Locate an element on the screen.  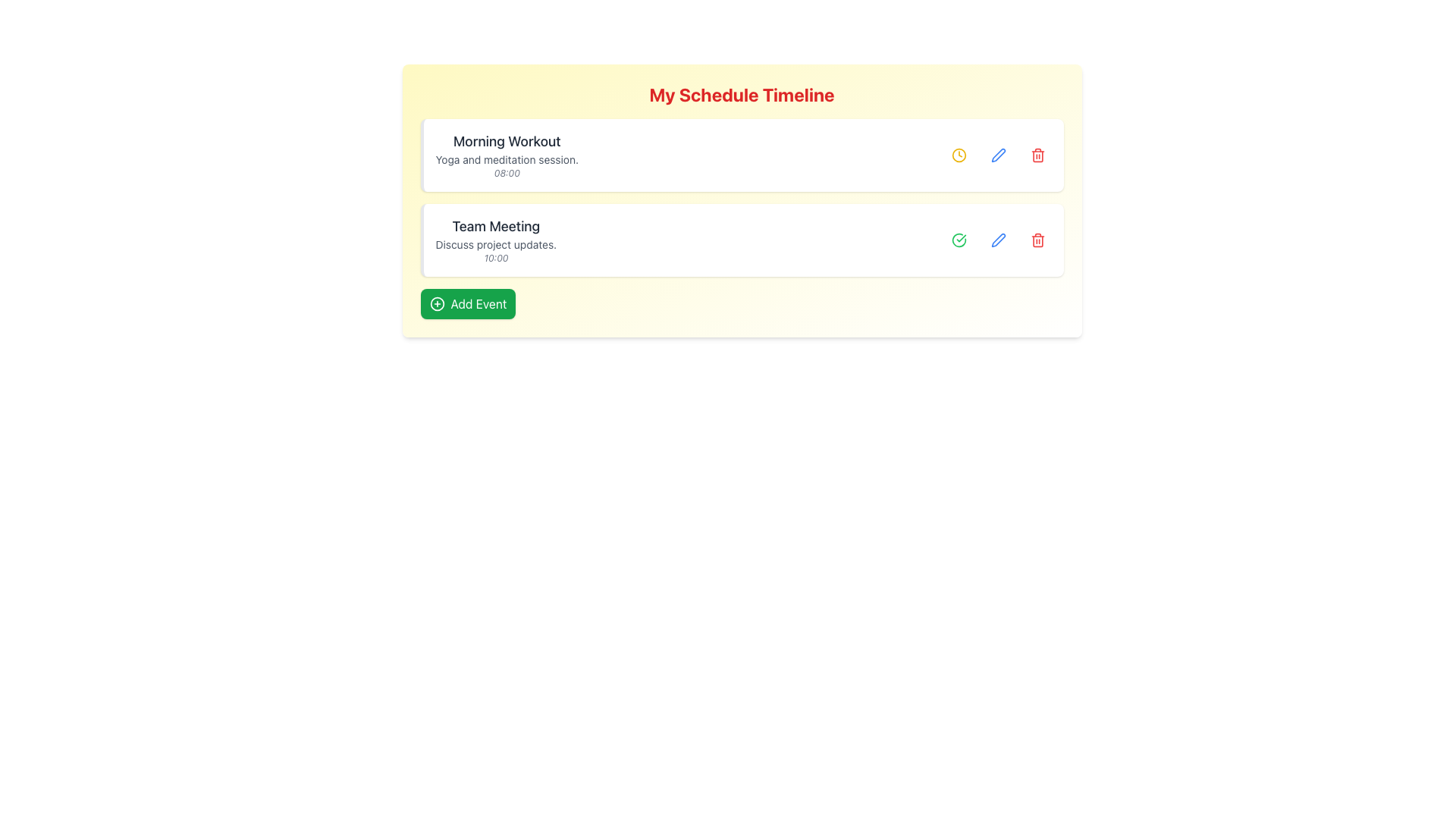
the small red trash icon located on the right side of the second item in a vertically stacked list to initiate the delete action is located at coordinates (1037, 239).